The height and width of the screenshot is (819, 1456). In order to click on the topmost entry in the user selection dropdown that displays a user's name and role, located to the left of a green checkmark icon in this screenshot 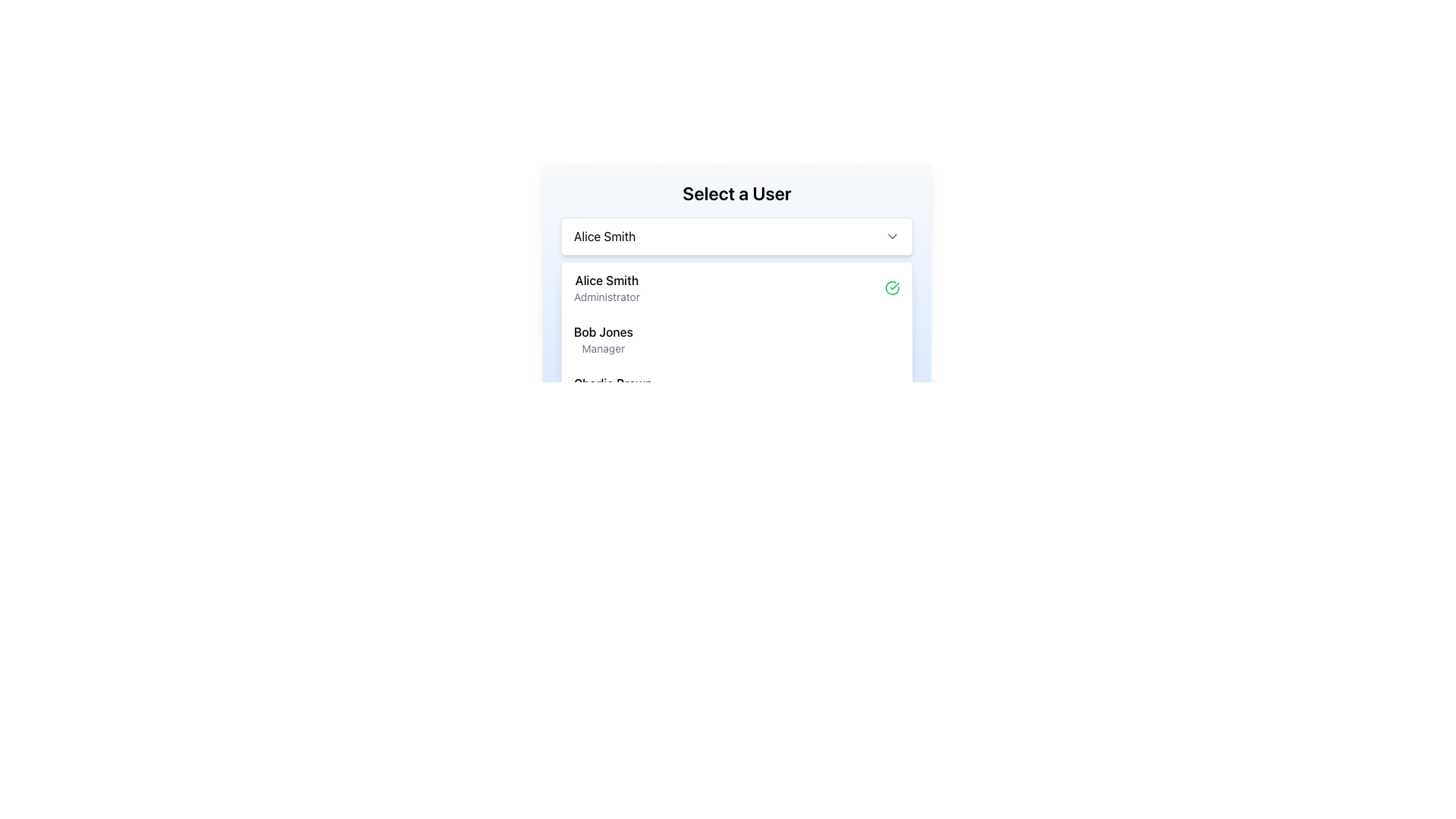, I will do `click(607, 288)`.